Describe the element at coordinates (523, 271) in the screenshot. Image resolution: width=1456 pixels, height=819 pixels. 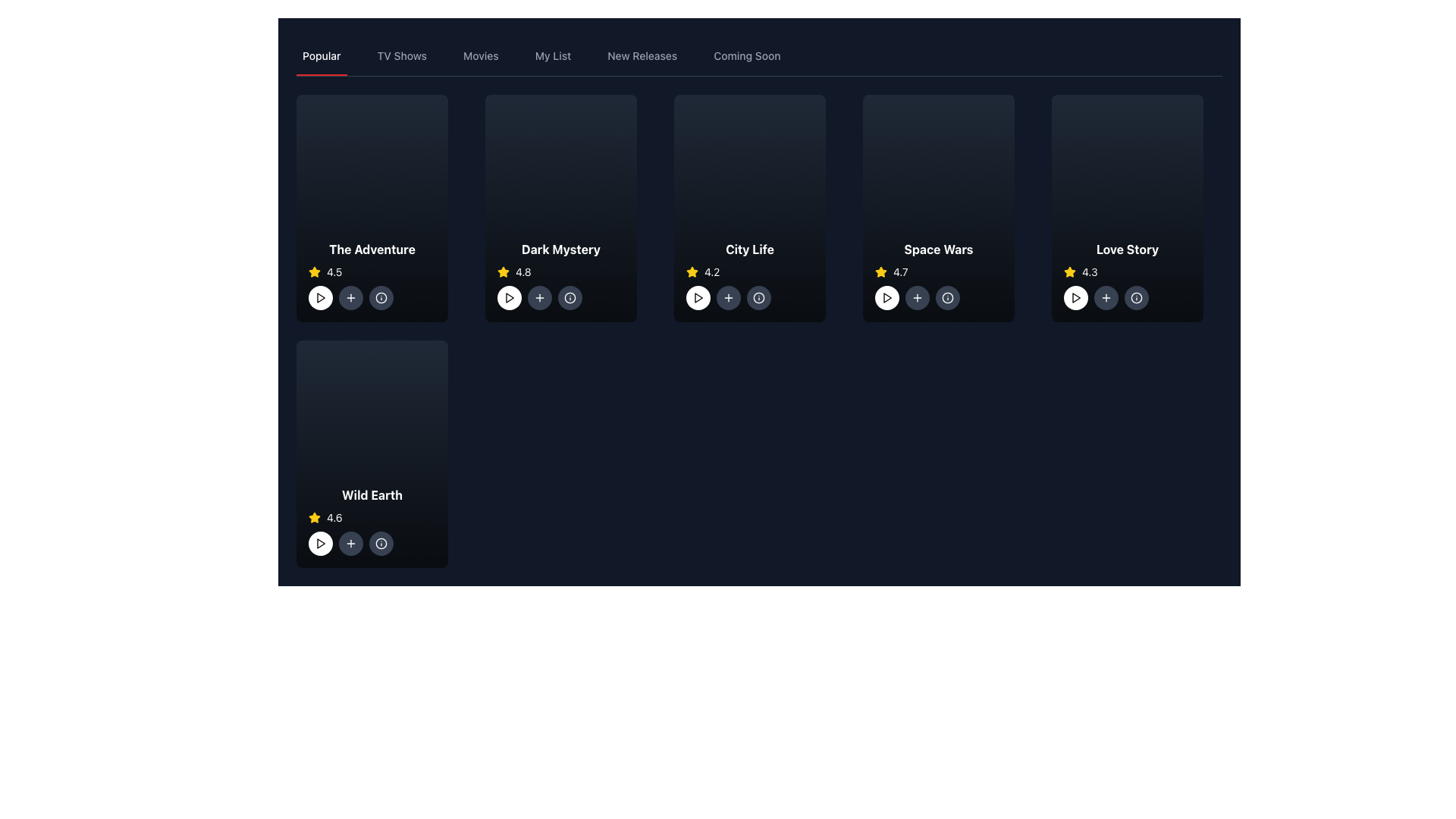
I see `the text label displaying the rating '4.8' that is aligned with a yellow star icon, indicating the rating value in a star rating system` at that location.